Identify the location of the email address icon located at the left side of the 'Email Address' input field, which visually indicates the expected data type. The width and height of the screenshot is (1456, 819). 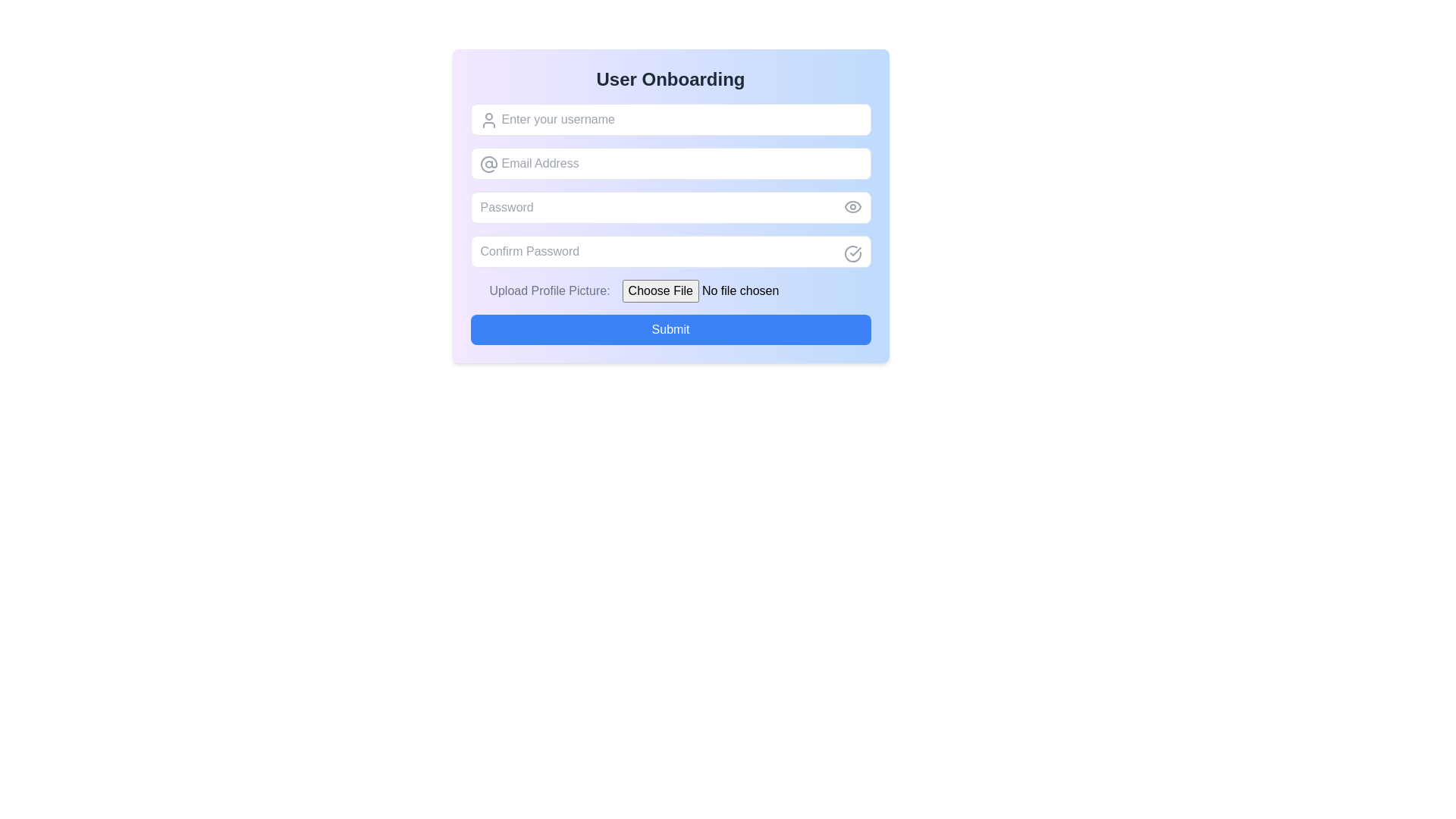
(488, 164).